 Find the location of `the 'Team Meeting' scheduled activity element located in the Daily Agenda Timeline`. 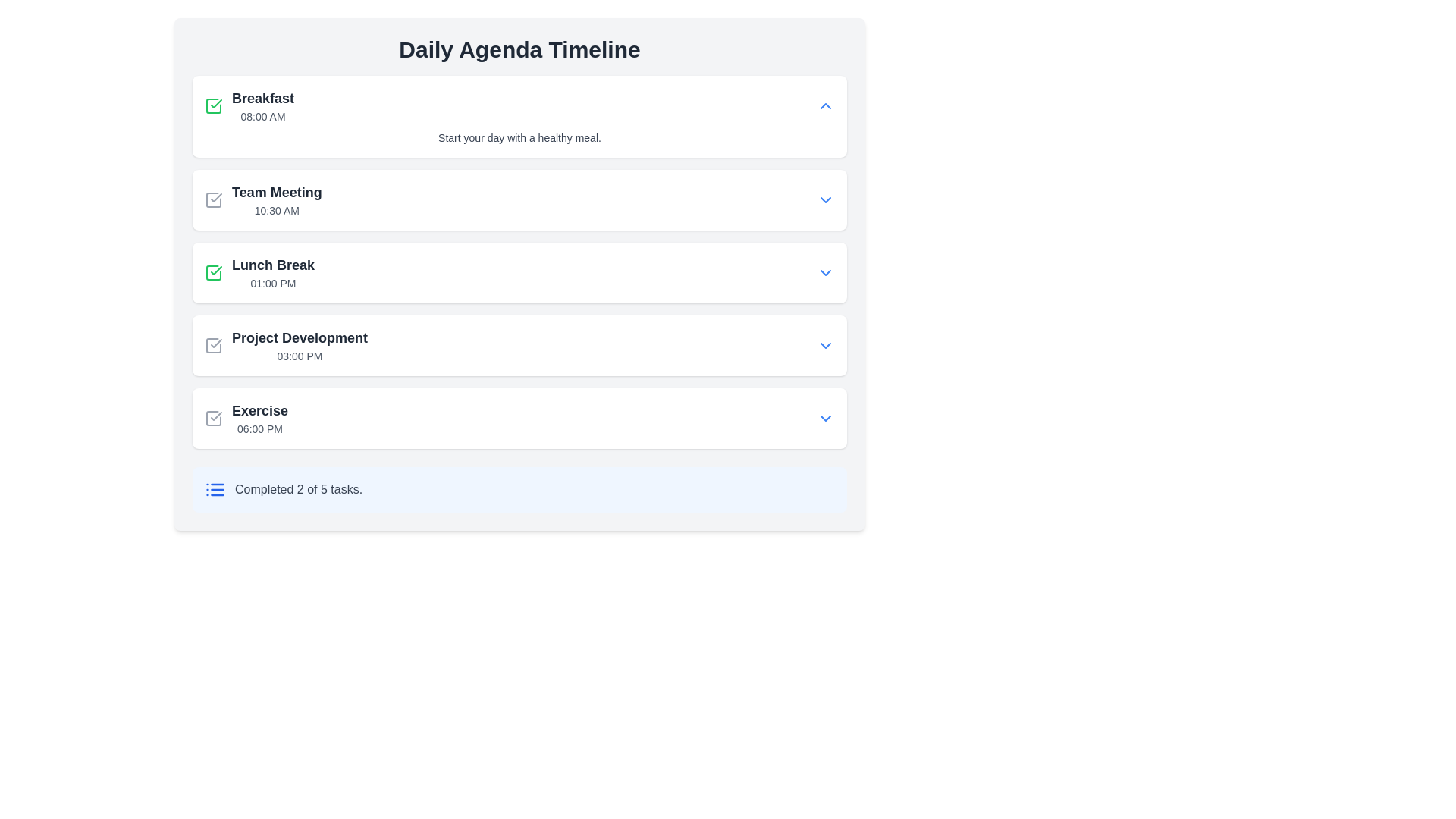

the 'Team Meeting' scheduled activity element located in the Daily Agenda Timeline is located at coordinates (263, 199).